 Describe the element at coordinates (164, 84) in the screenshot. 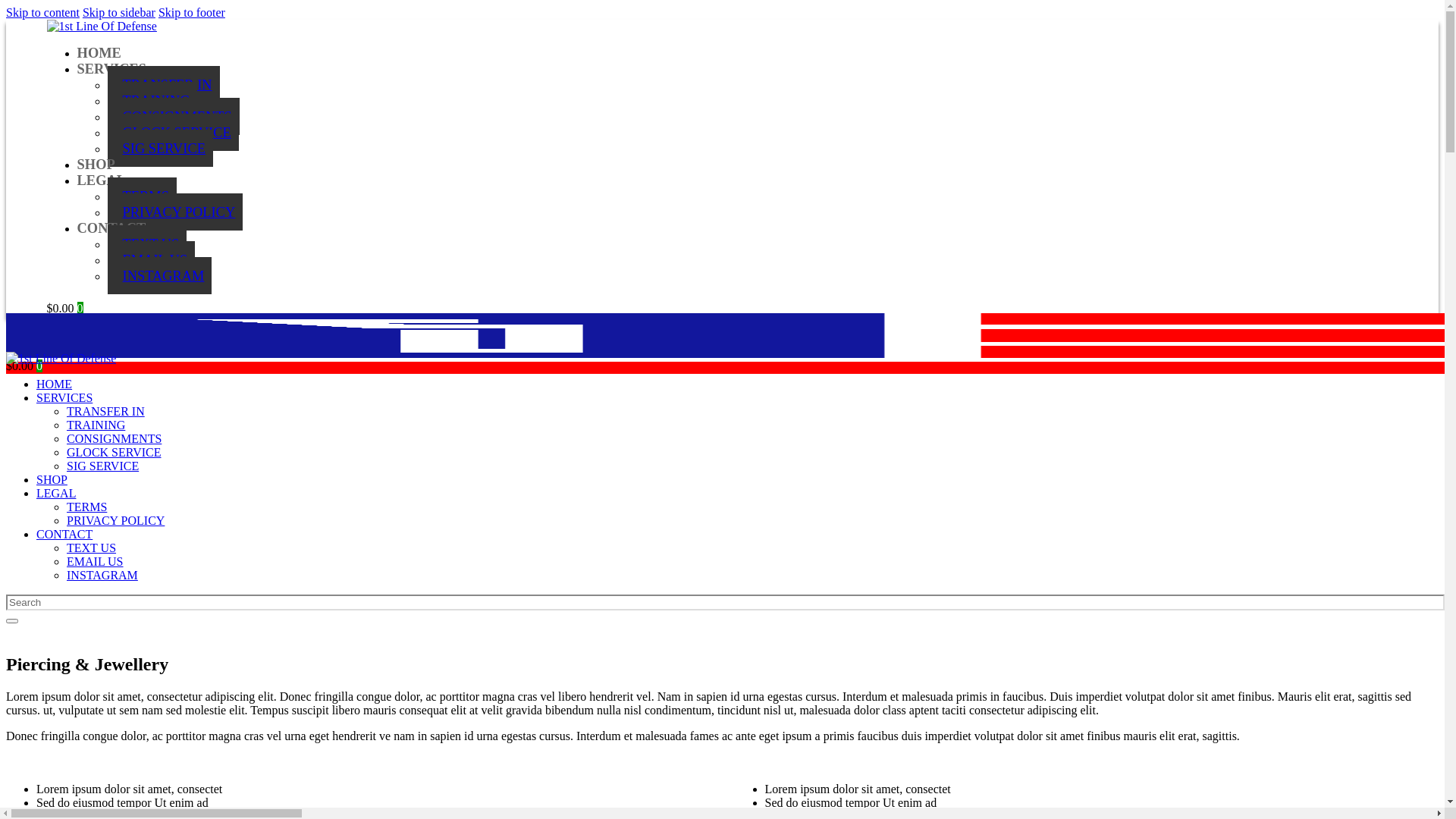

I see `'TRANSFER IN'` at that location.